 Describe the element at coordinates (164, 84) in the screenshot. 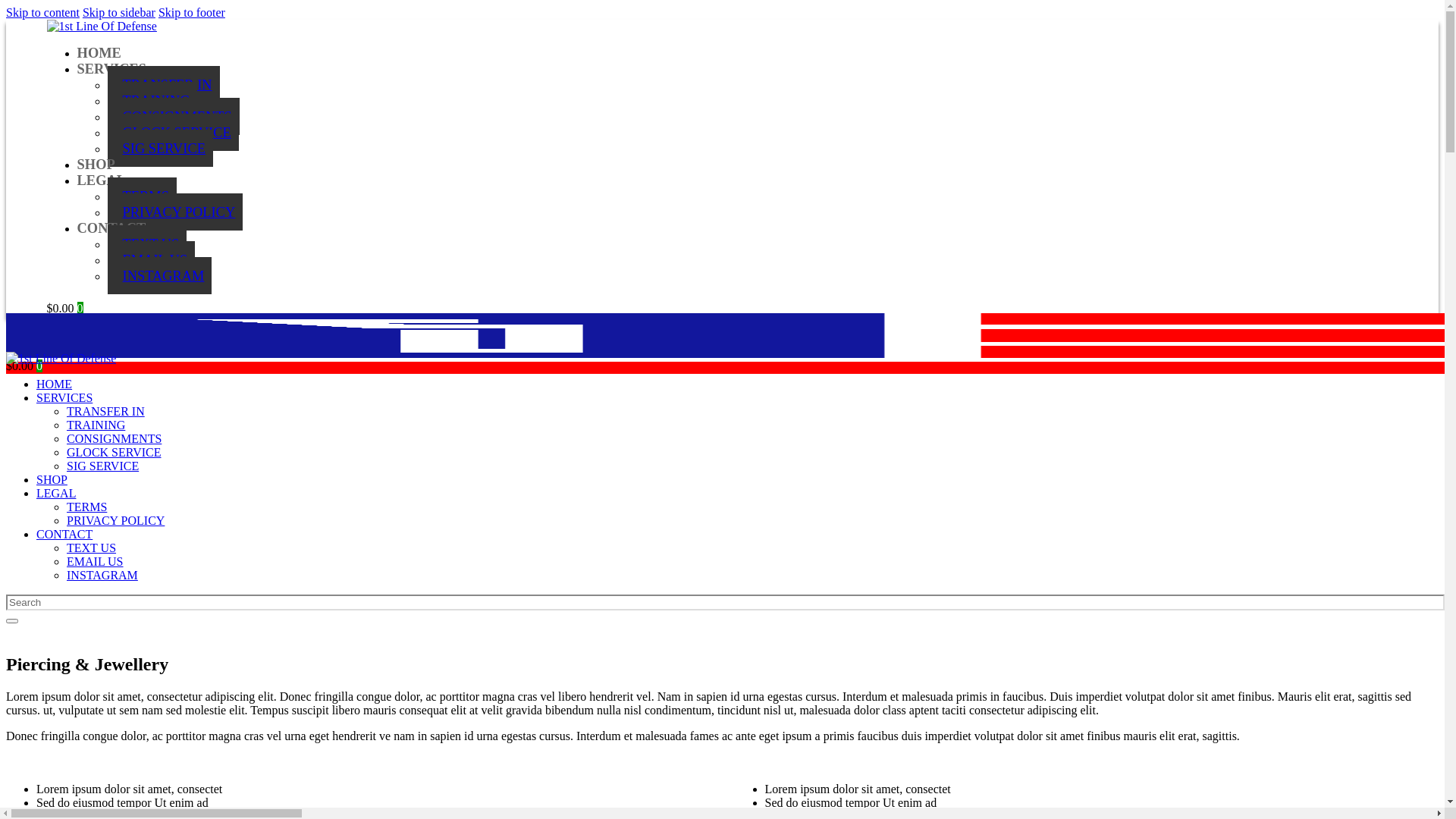

I see `'TRANSFER IN'` at that location.